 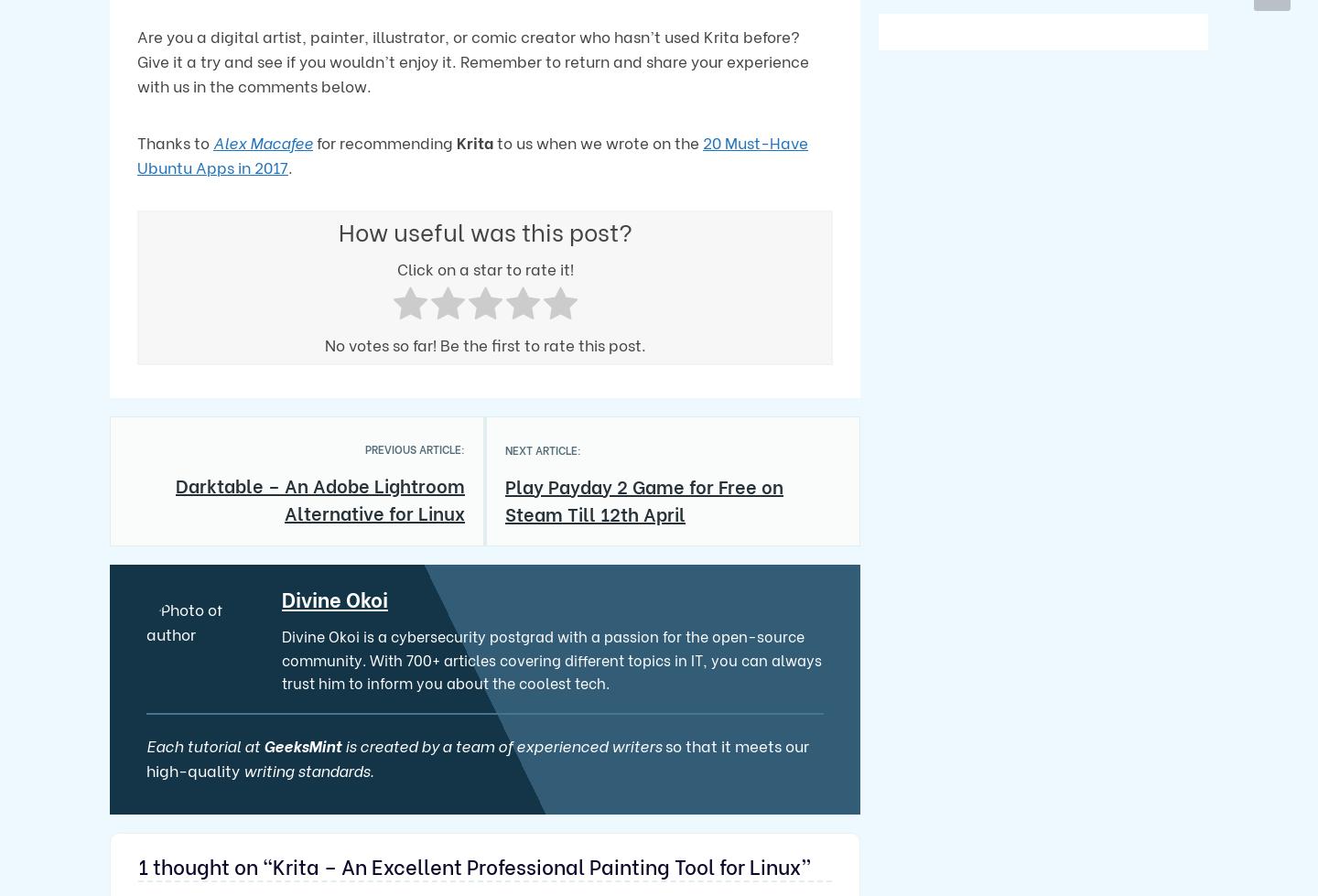 What do you see at coordinates (483, 230) in the screenshot?
I see `'How useful was this post?'` at bounding box center [483, 230].